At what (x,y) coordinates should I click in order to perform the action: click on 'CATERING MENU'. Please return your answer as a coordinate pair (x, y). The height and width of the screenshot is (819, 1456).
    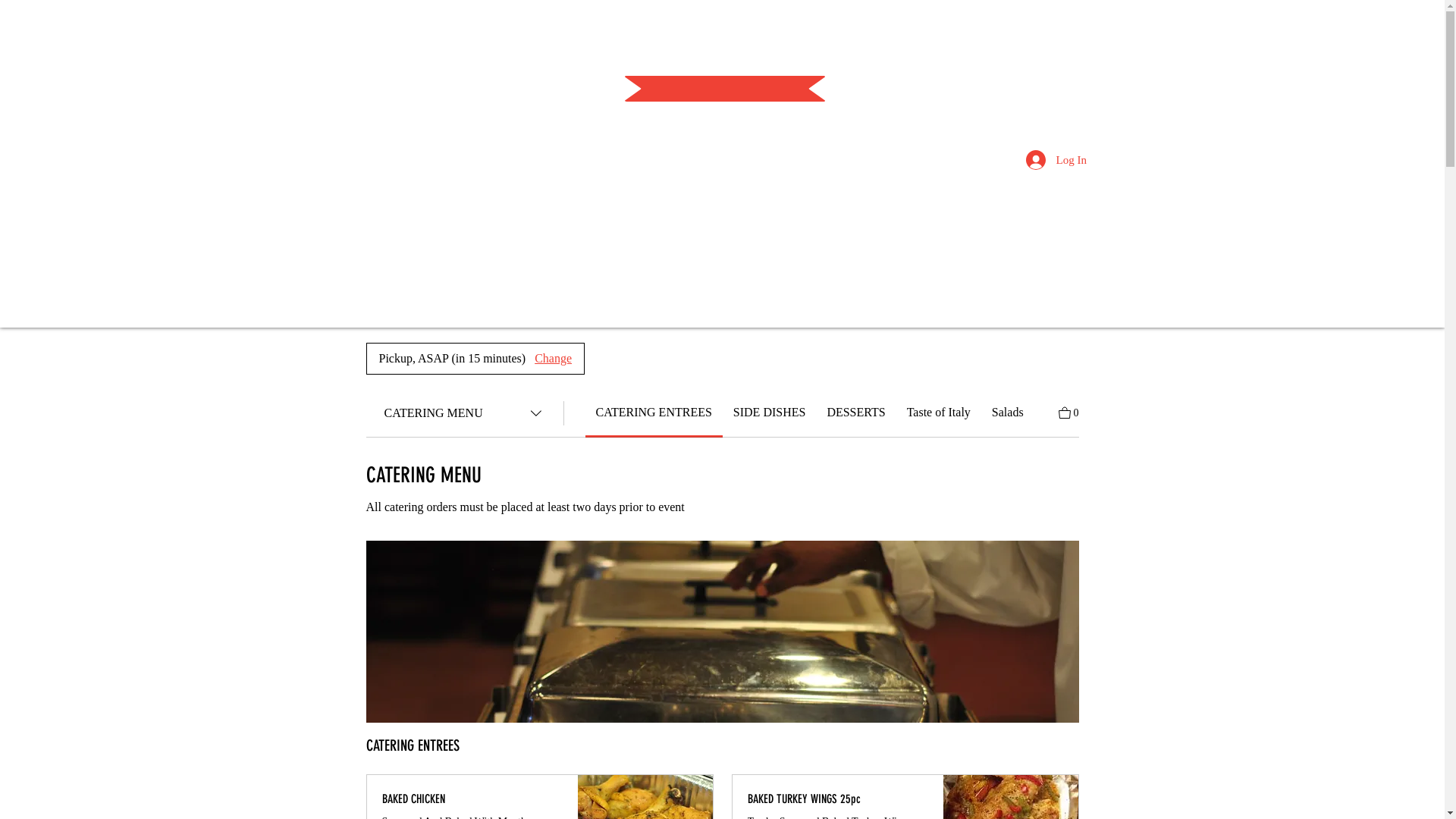
    Looking at the image, I should click on (381, 413).